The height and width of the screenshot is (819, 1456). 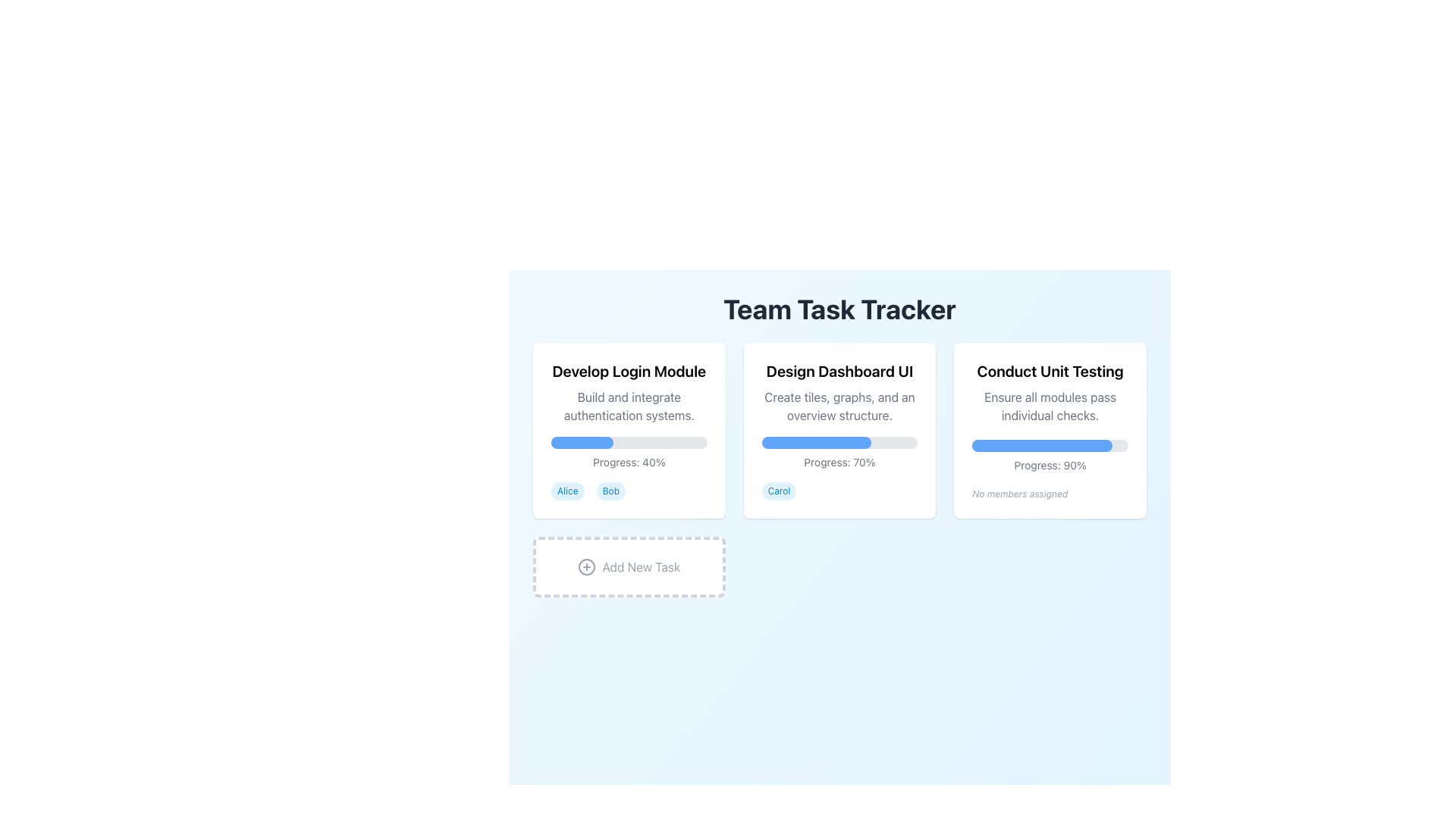 What do you see at coordinates (839, 442) in the screenshot?
I see `the progress bar indicating 70% completion in the 'Design Dashboard UI' card, located below the descriptive text and above the 'Progress: 70%' label` at bounding box center [839, 442].